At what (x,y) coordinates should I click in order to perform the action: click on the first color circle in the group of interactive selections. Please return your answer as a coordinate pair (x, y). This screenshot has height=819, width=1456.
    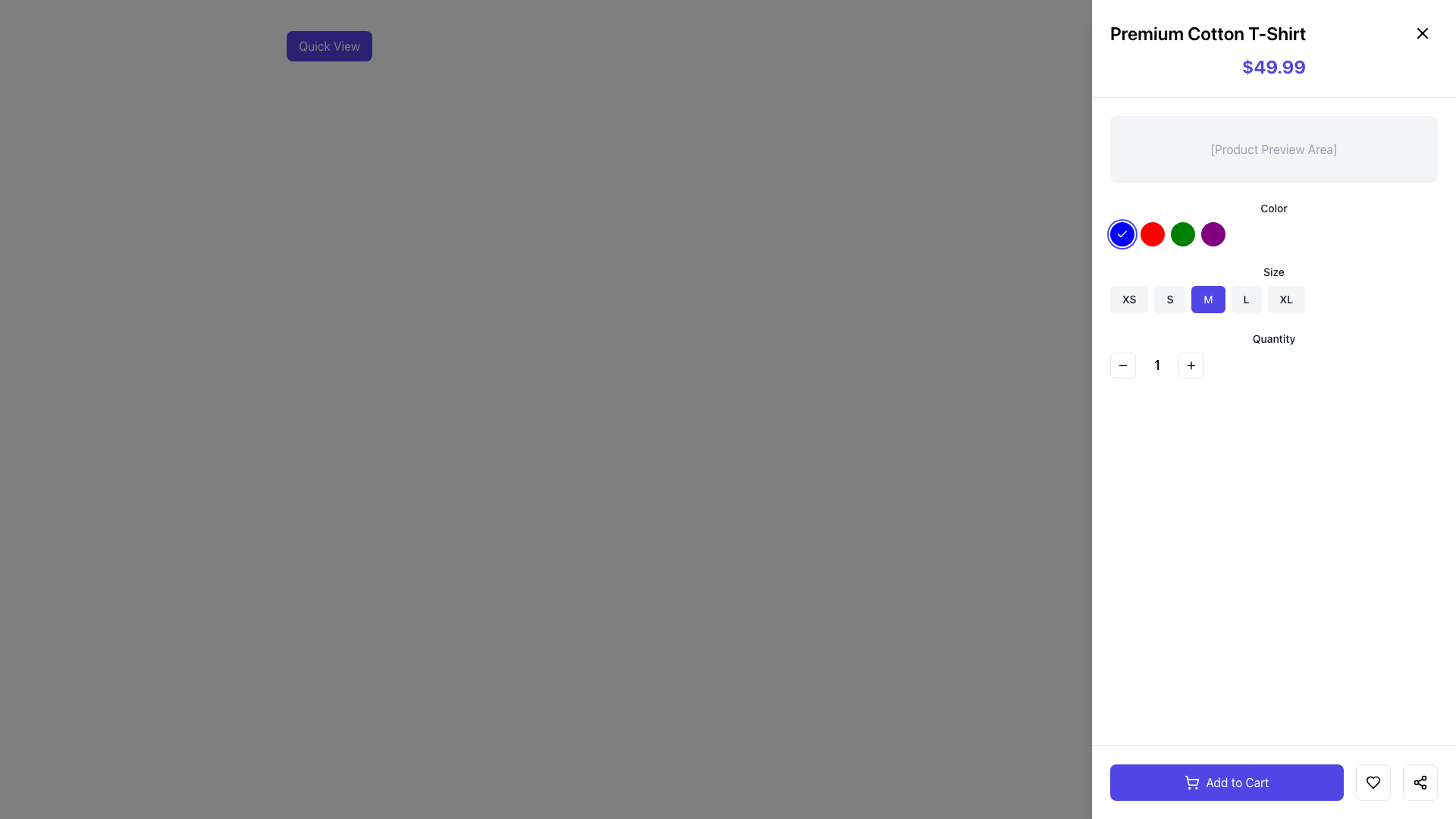
    Looking at the image, I should click on (1274, 234).